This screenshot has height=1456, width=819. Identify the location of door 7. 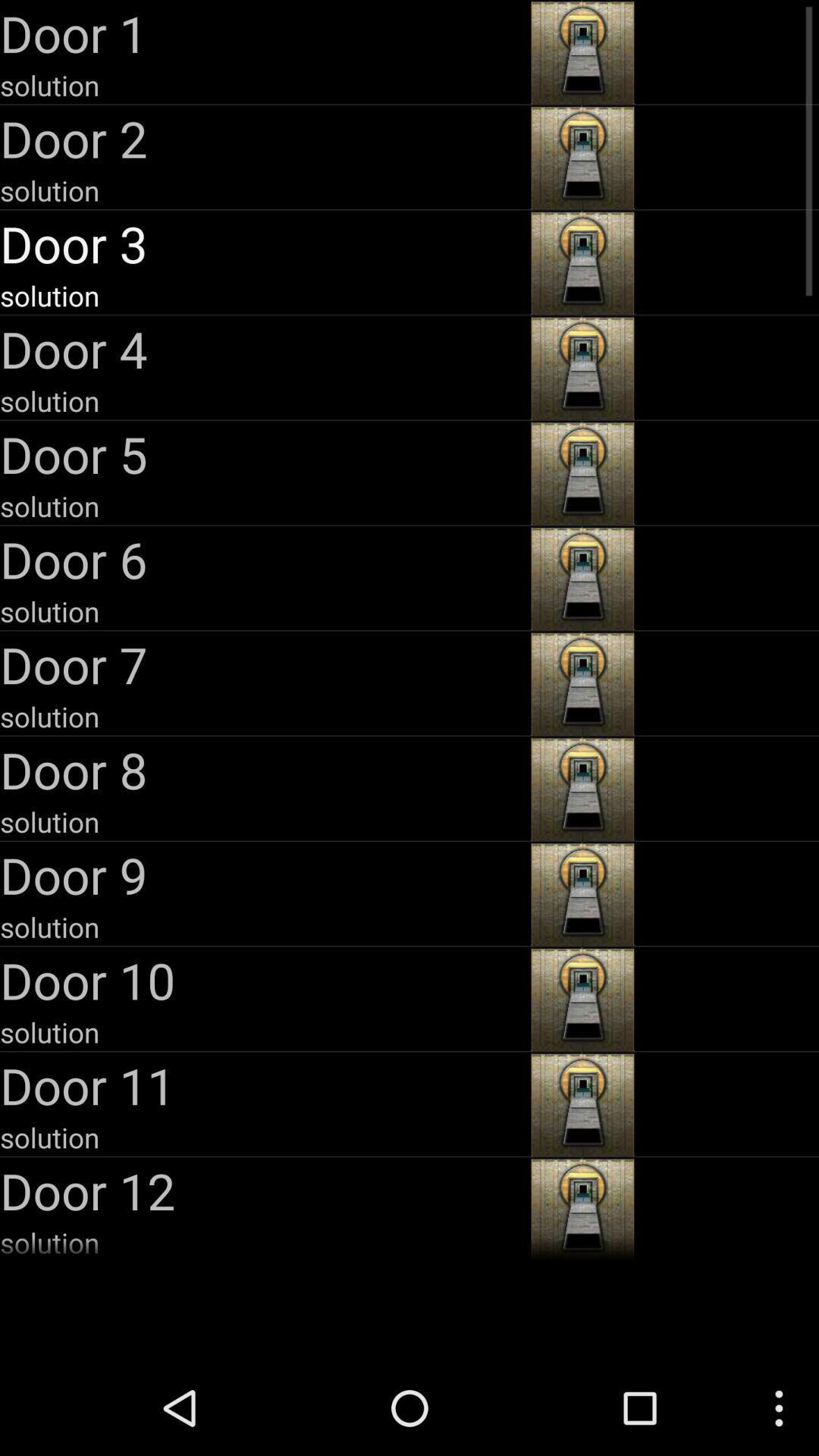
(262, 664).